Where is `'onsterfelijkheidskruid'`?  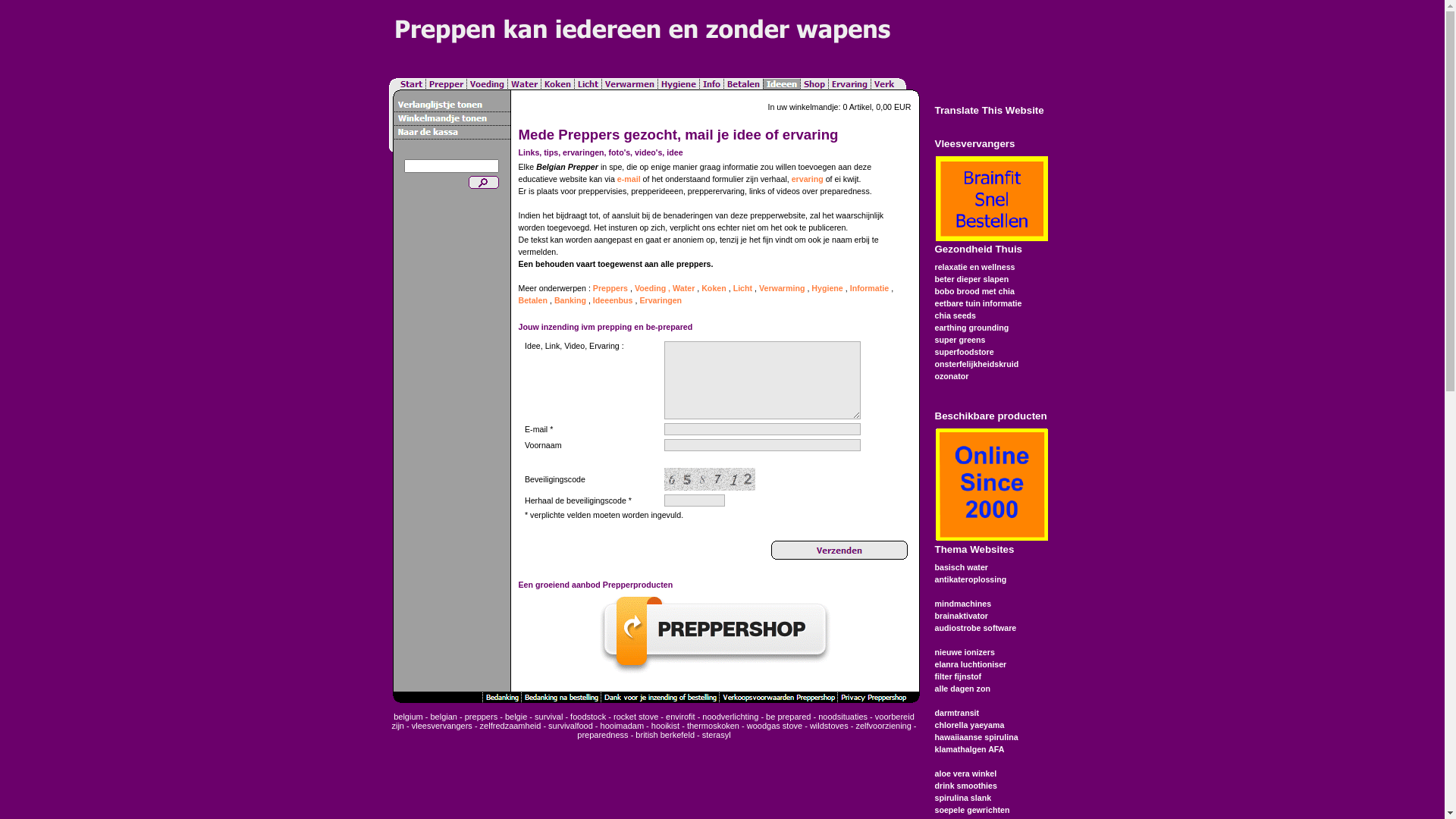
'onsterfelijkheidskruid' is located at coordinates (976, 363).